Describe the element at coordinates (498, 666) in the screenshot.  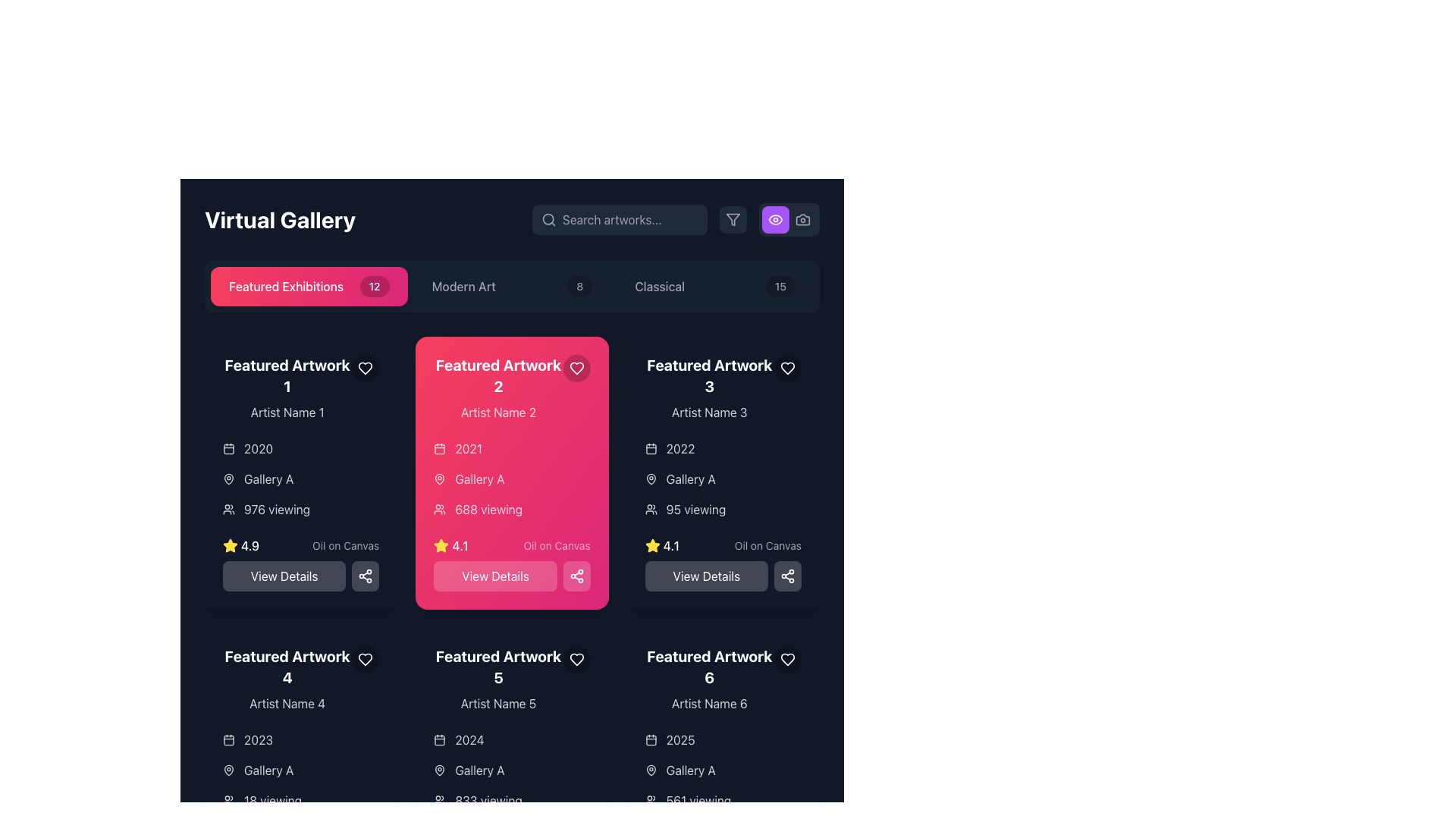
I see `the 'Featured Artwork 5' text label for accessibility by moving the cursor to its center point` at that location.